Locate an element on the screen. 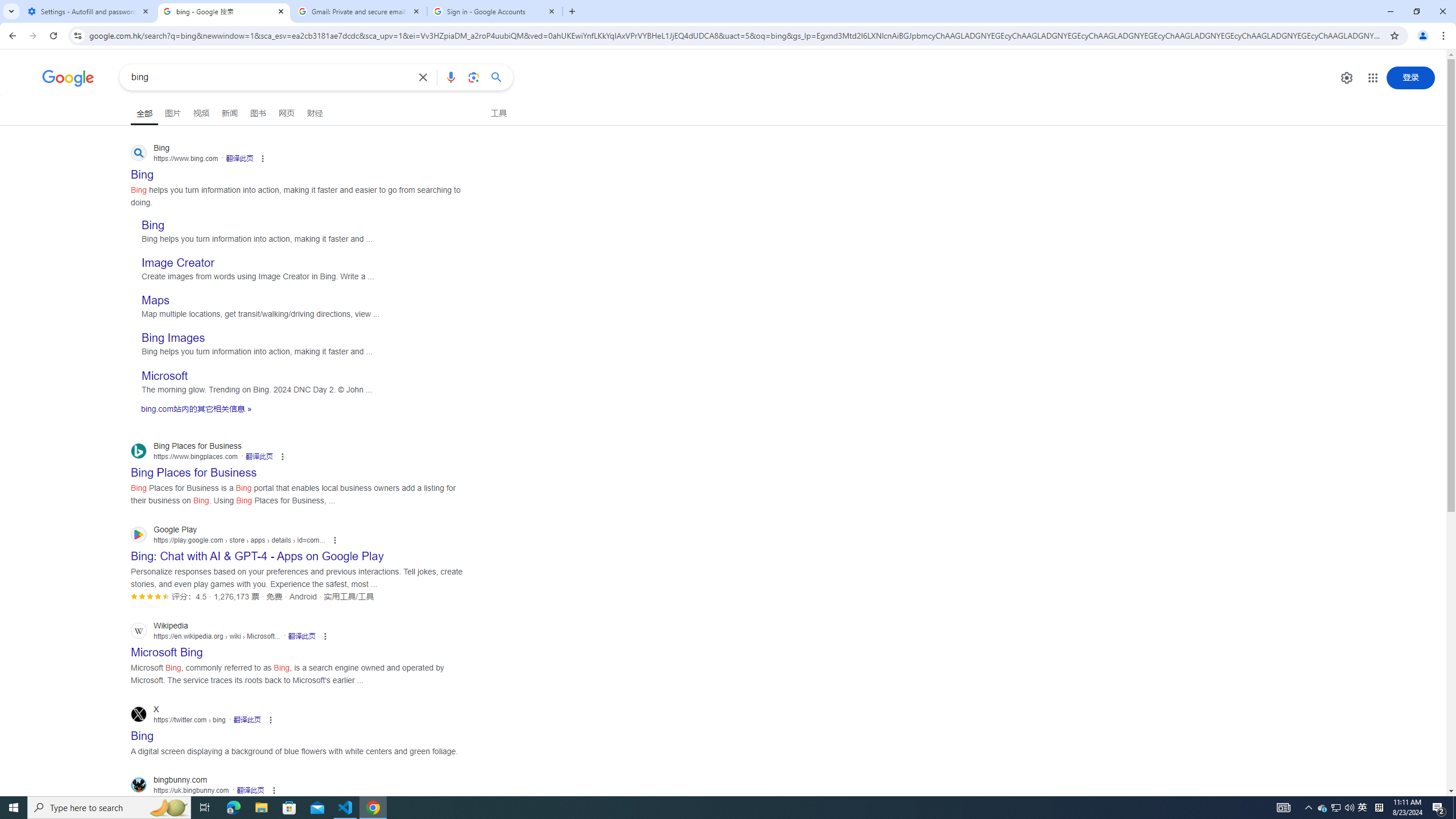 This screenshot has height=819, width=1456. 'Image Creator' is located at coordinates (177, 263).